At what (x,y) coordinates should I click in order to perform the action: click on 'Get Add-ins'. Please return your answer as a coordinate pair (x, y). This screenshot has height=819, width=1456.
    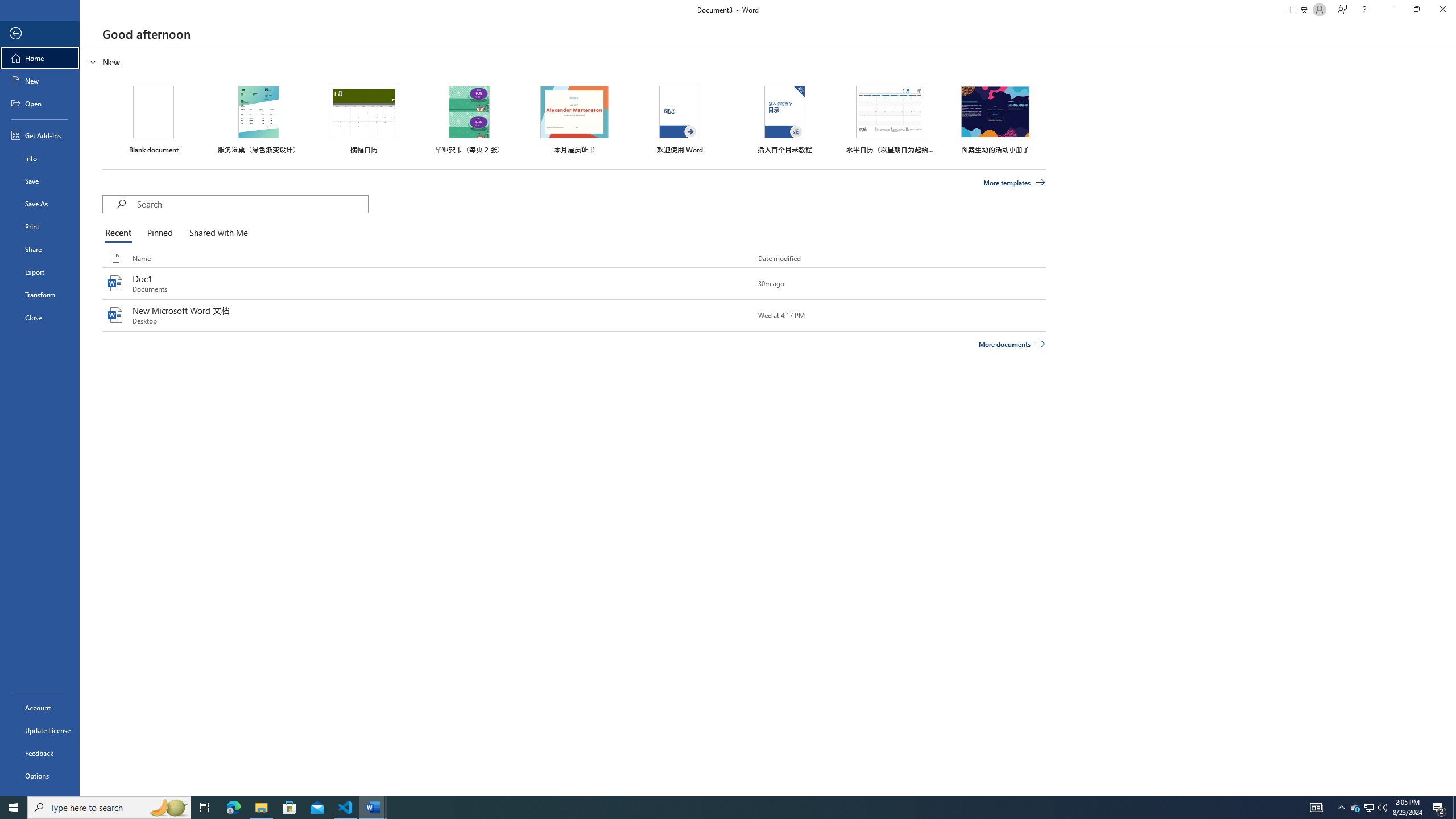
    Looking at the image, I should click on (39, 135).